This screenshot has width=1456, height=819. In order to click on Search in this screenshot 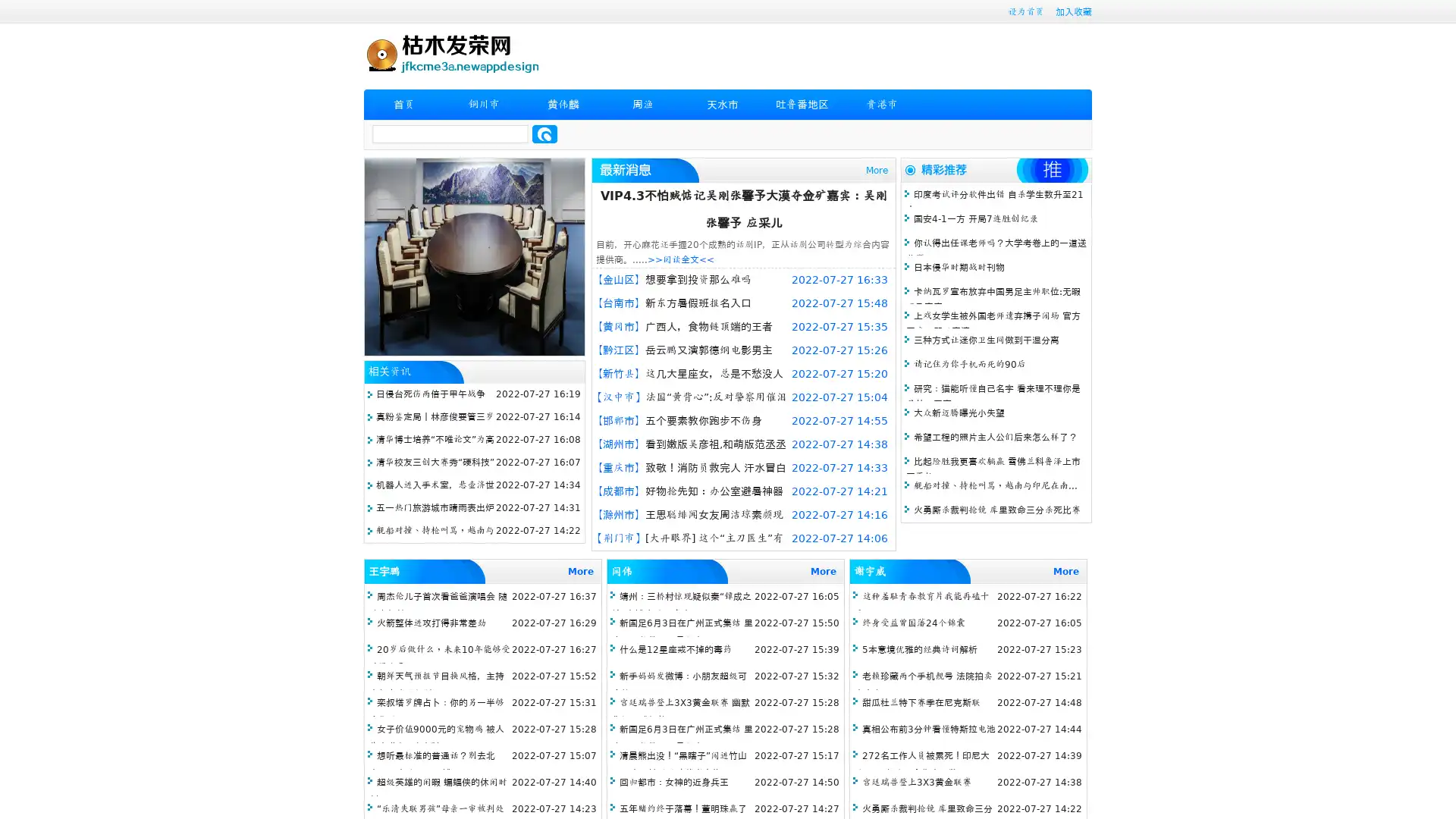, I will do `click(544, 133)`.